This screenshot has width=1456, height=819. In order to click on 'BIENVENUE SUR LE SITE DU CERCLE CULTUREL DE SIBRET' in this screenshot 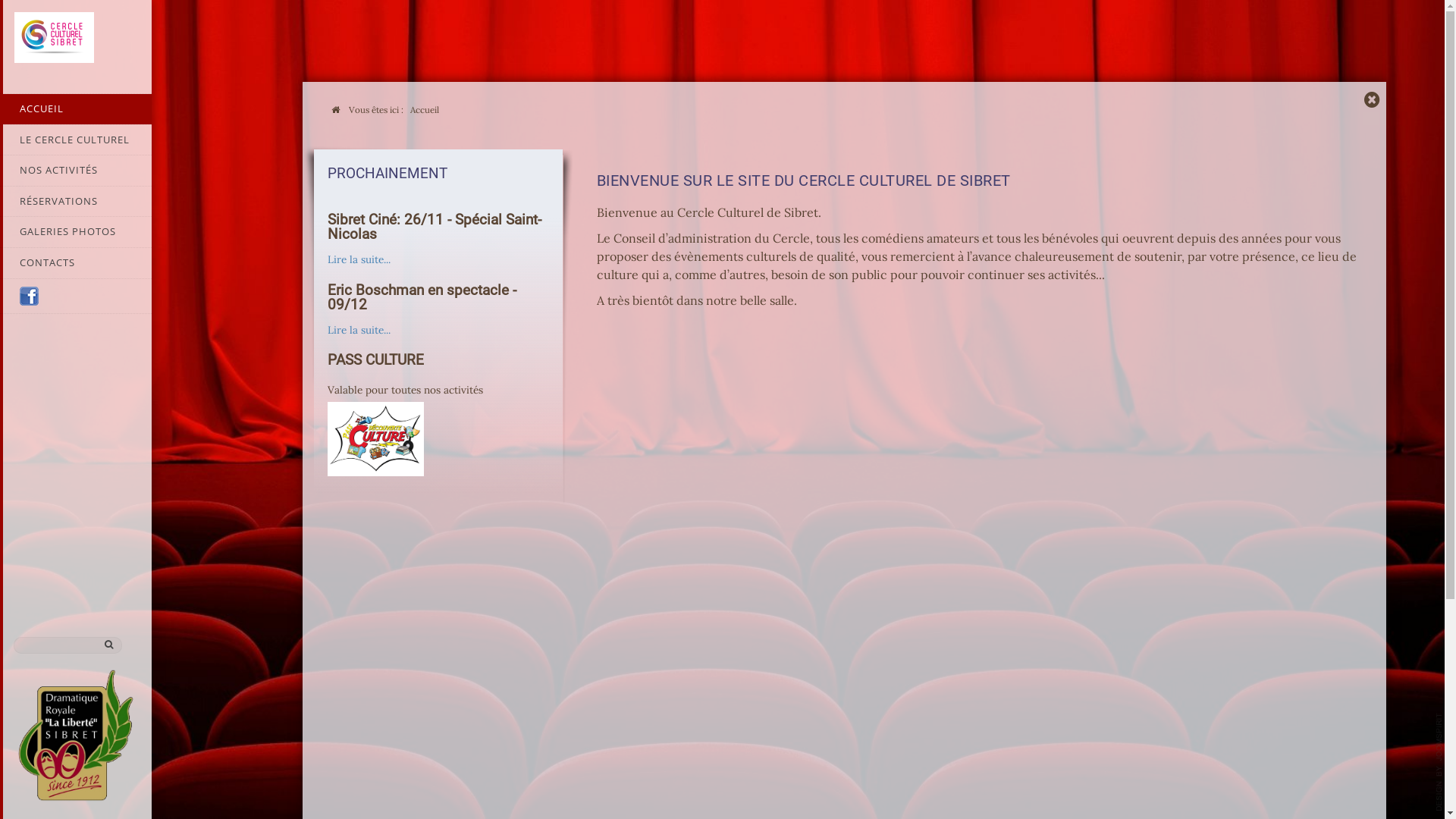, I will do `click(803, 180)`.